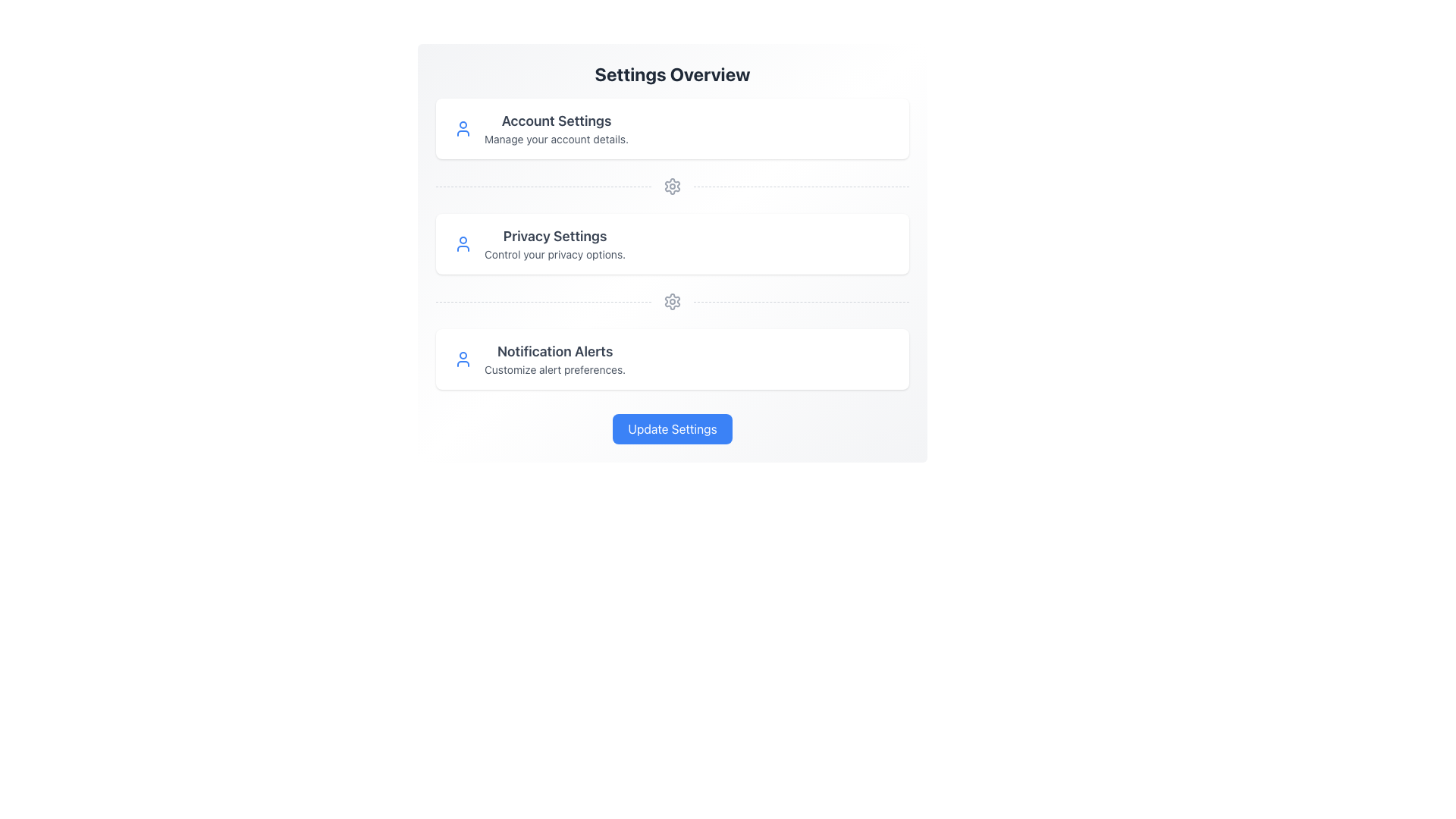  I want to click on the bold, large-sized header text displaying 'Settings Overview' at the top-center of the settings panel, so click(672, 74).